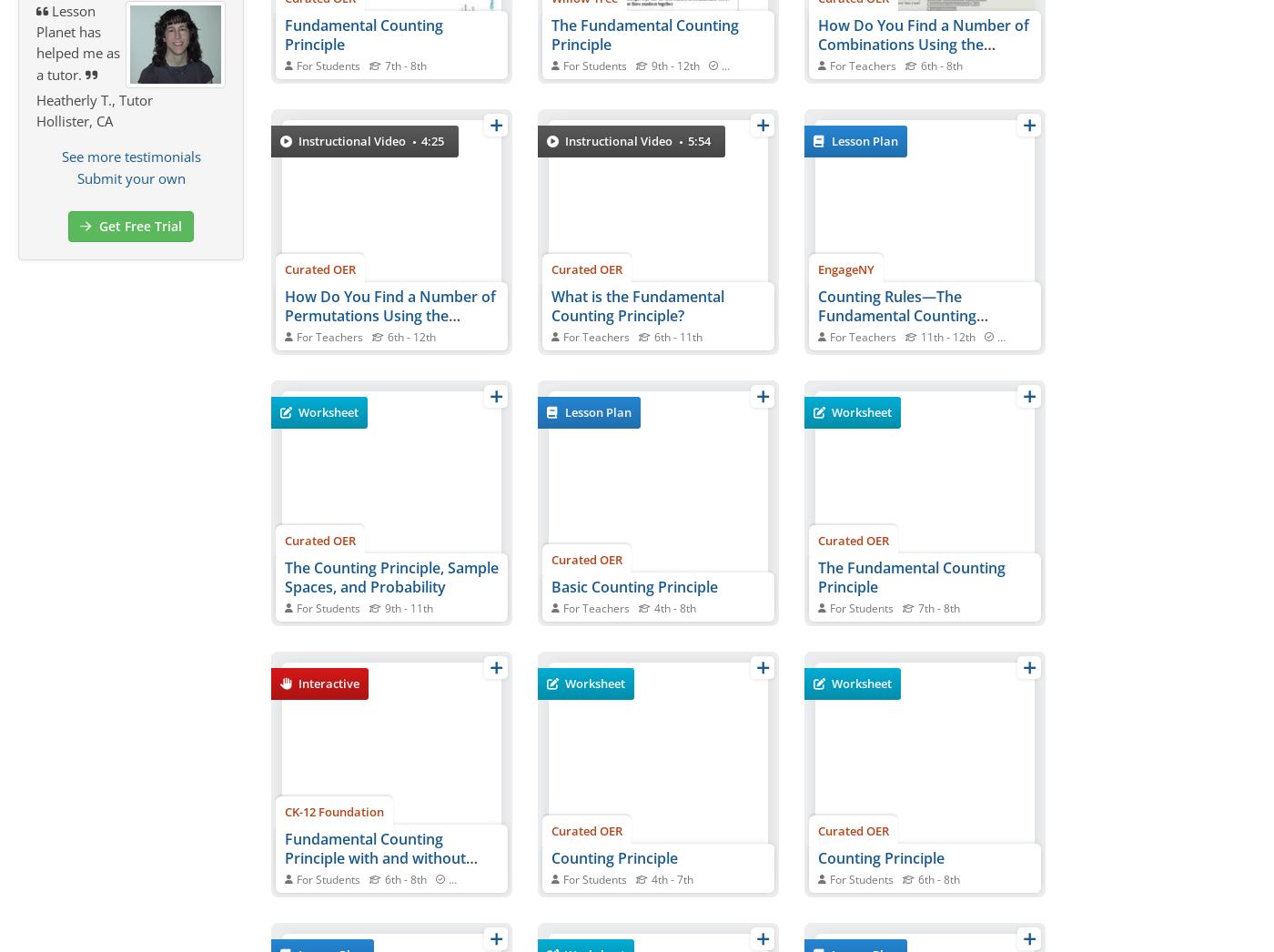  Describe the element at coordinates (924, 54) in the screenshot. I see `'How Do You Find a Number of Combinations Using the Fundamental Counting Principle?'` at that location.